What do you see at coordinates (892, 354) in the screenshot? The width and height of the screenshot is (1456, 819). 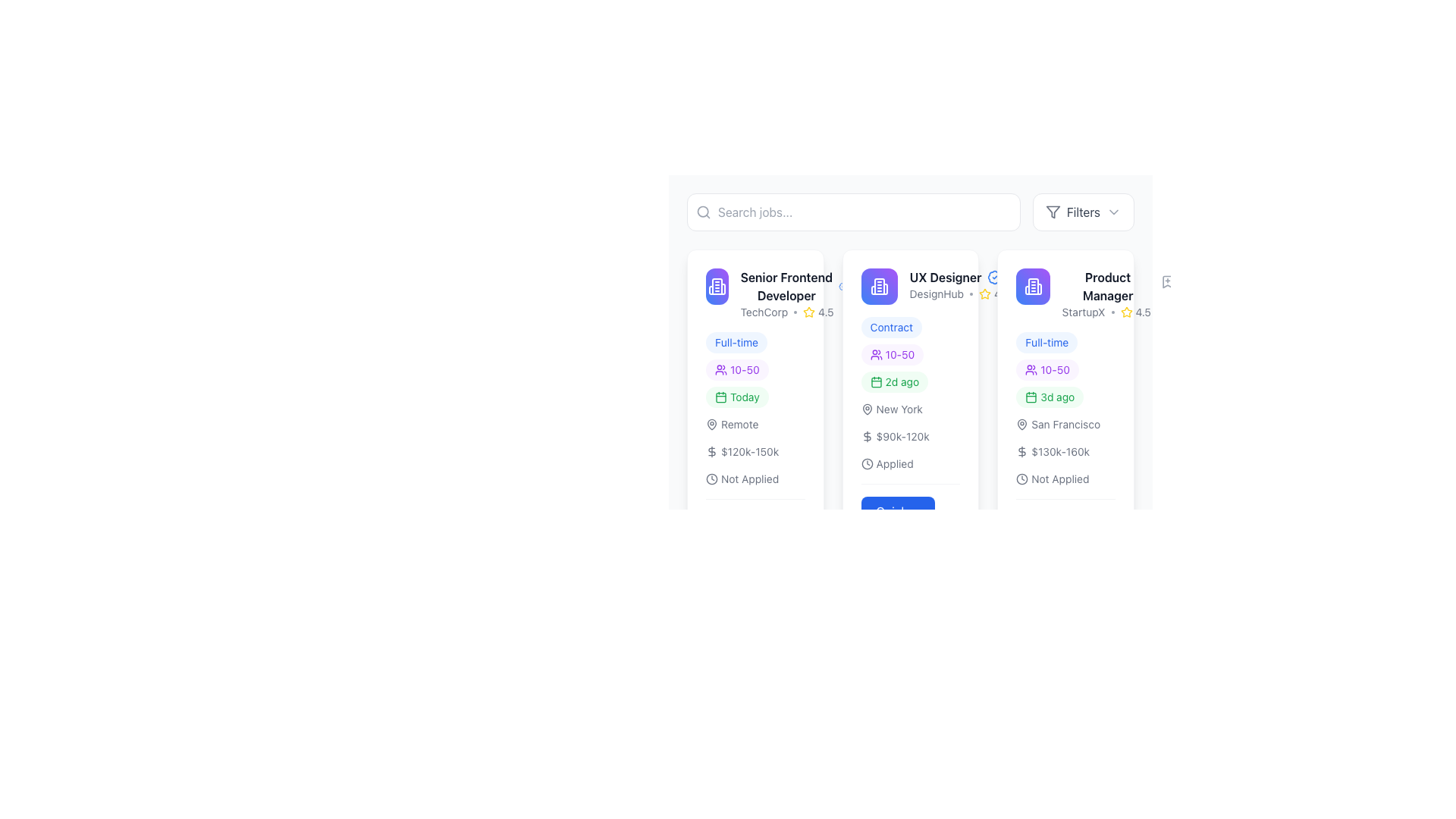 I see `the team size label located below the 'Contract' badge and above the '2d ago' badge in the vertical layout of the card` at bounding box center [892, 354].